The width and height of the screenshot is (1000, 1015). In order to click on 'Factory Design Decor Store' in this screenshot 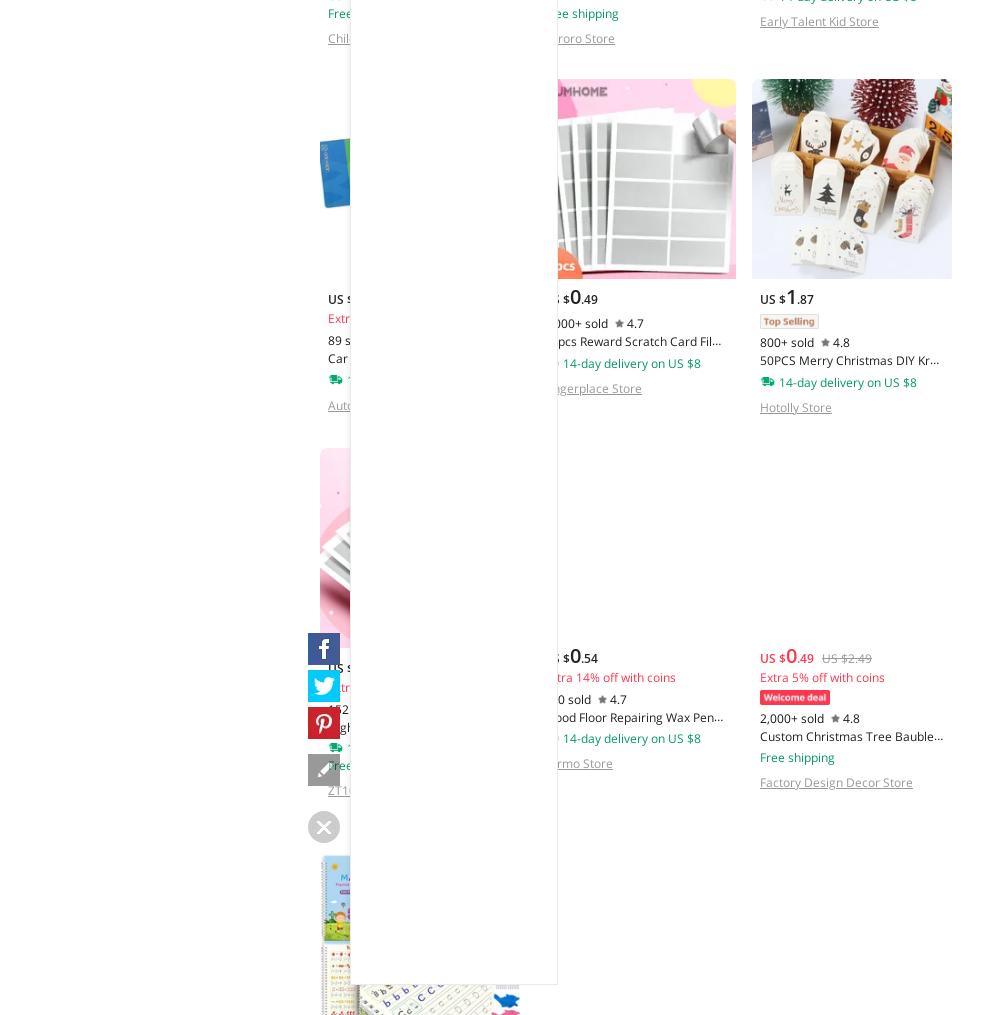, I will do `click(834, 781)`.